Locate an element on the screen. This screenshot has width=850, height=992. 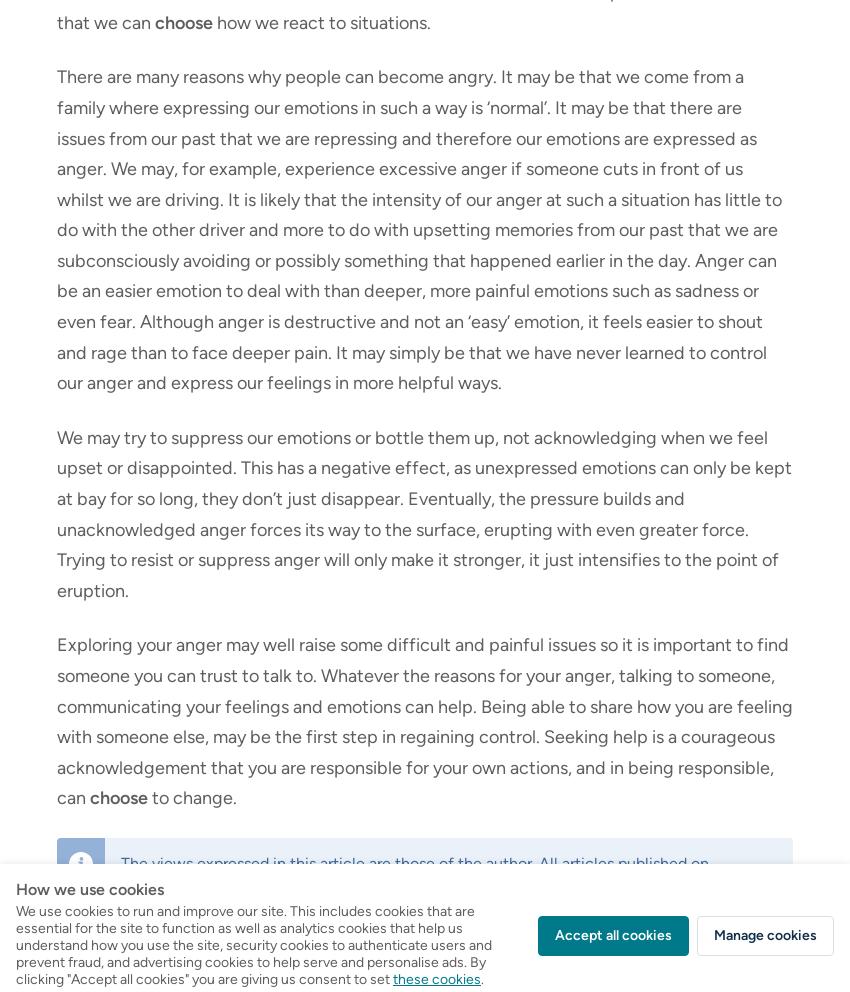
'There are many reasons why people can become angry. It may be that we come from a family where expressing our emotions in such a way is ‘normal’. It may be that there are issues from our past that we are repressing and therefore our emotions are expressed as anger. We may, for example, experience excessive anger if someone cuts in front of us whilst we are driving. It is likely that the intensity of our anger at such a situation has little to do with the other driver and more to do with upsetting memories from our past that we are subconsciously avoiding or possibly something that happened earlier in the day. Anger can be an easier emotion to deal with than deeper, more painful emotions such as sadness or even fear. Although anger is destructive and not an ‘easy’ emotion, it feels easier to shout and rage than to face deeper pain. It may simply be that we have never learned to control our anger and express our feelings in more helpful ways.' is located at coordinates (419, 230).